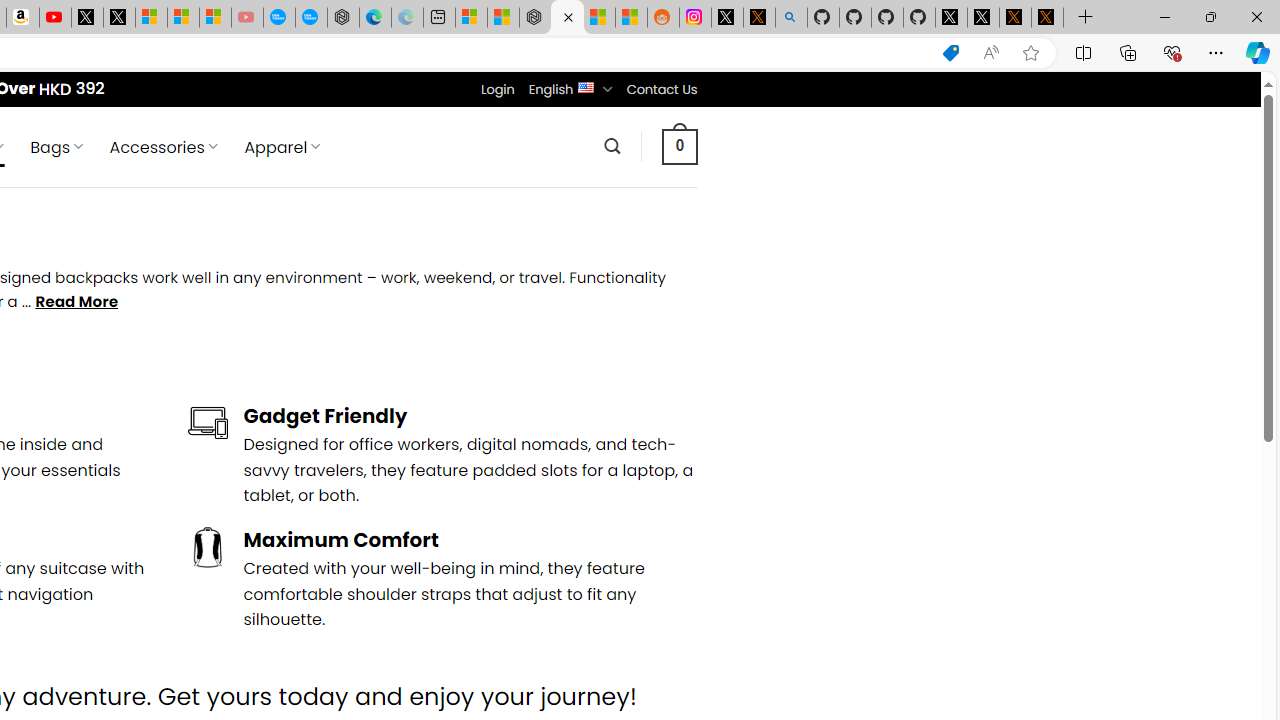 This screenshot has height=720, width=1280. I want to click on 'Contact Us', so click(661, 88).